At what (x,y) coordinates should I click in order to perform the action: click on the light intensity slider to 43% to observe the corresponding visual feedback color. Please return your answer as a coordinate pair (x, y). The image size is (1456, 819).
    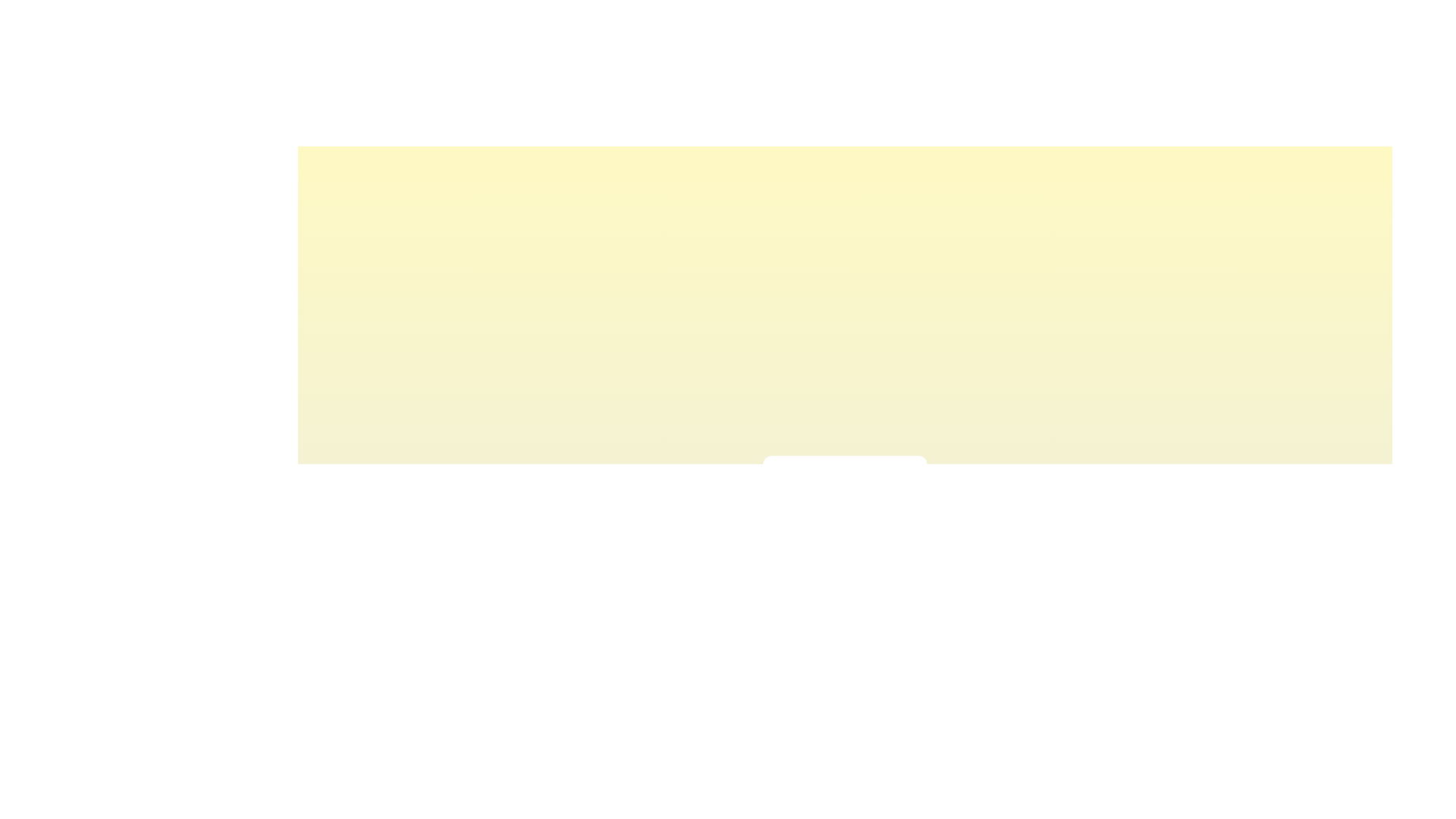
    Looking at the image, I should click on (835, 513).